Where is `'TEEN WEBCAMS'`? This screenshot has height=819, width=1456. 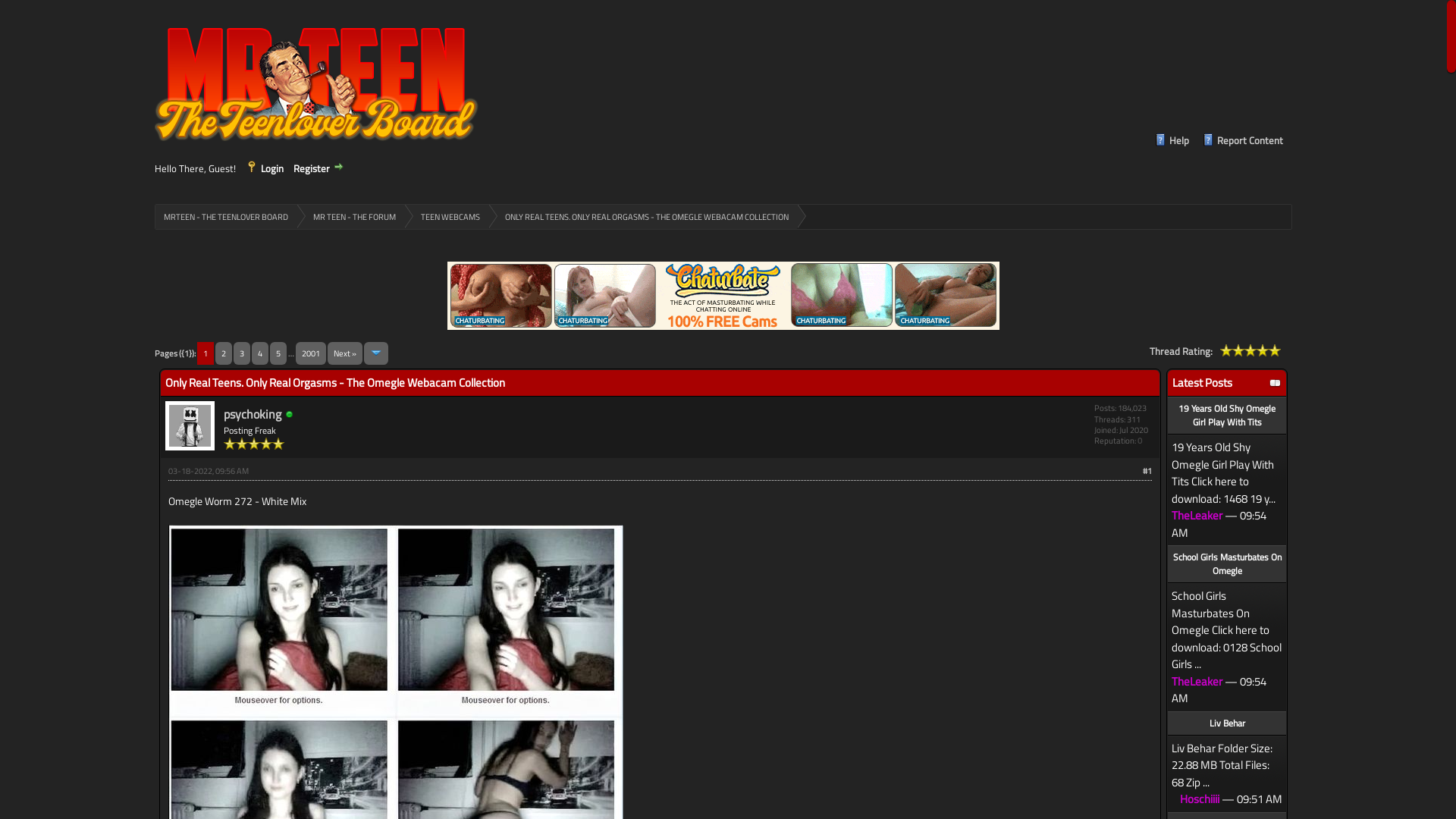
'TEEN WEBCAMS' is located at coordinates (403, 216).